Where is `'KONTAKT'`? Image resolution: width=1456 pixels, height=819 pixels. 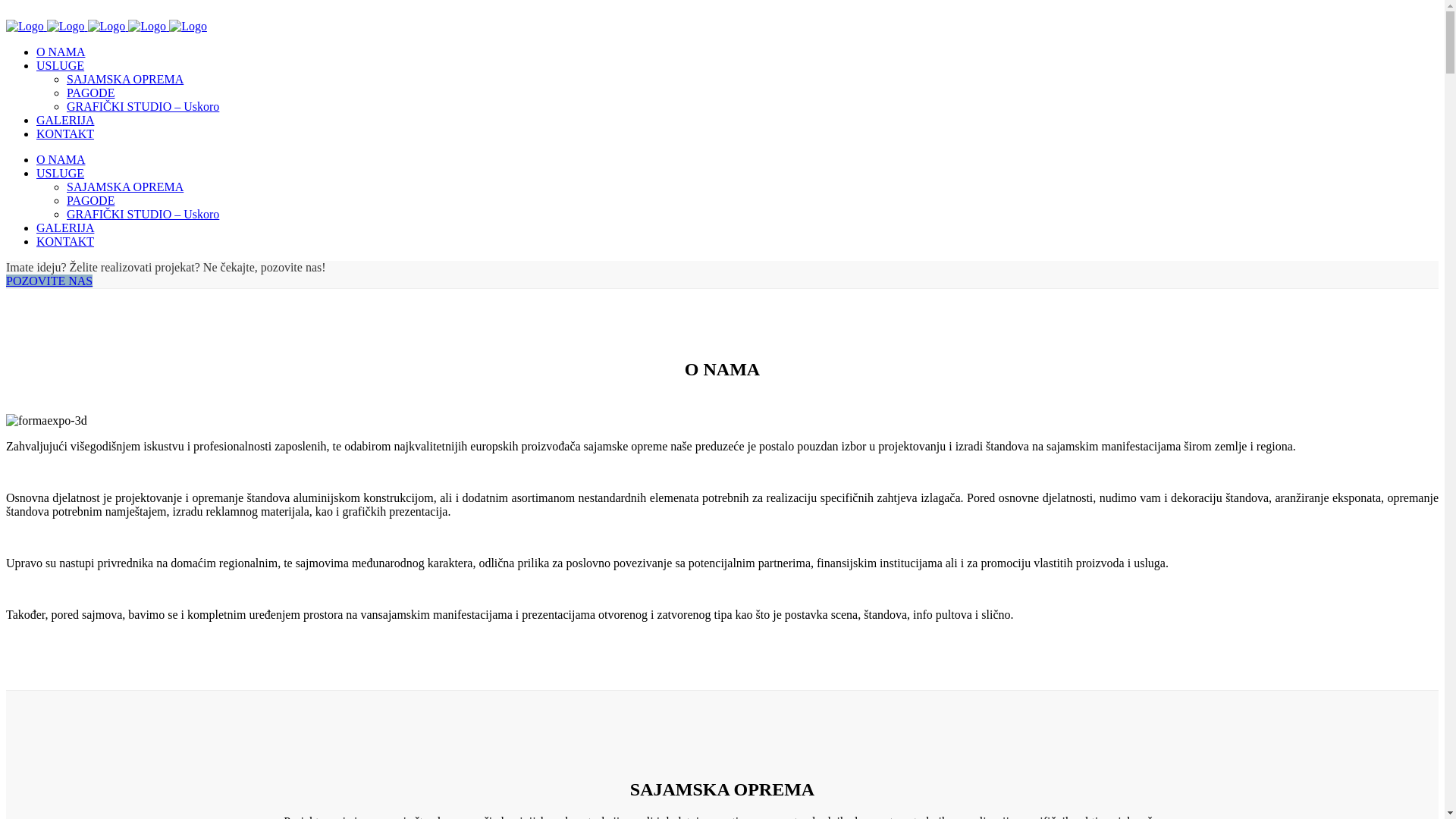
'KONTAKT' is located at coordinates (64, 133).